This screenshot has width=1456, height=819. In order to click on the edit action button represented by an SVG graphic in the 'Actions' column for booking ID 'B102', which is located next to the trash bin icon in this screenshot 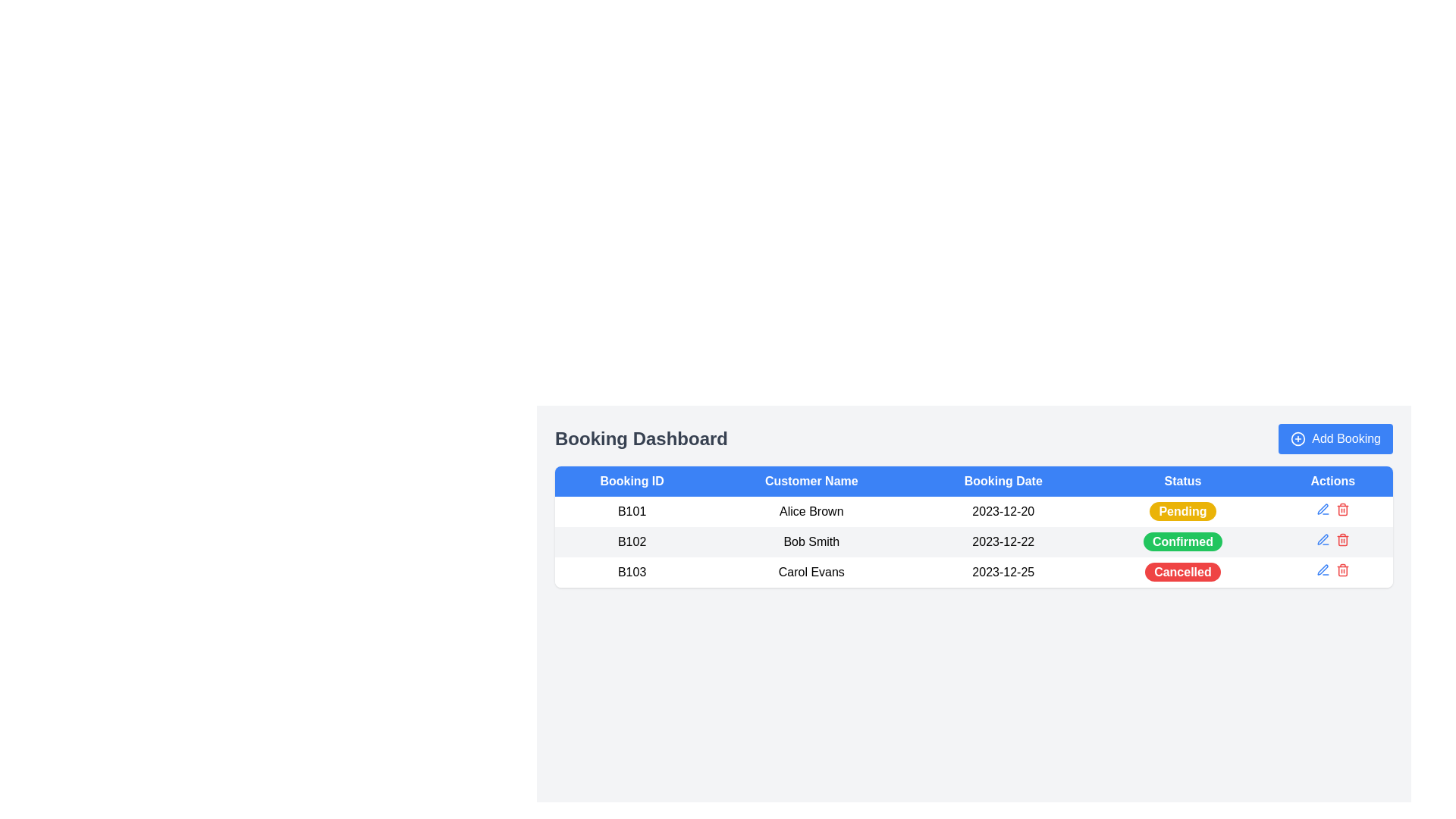, I will do `click(1322, 509)`.